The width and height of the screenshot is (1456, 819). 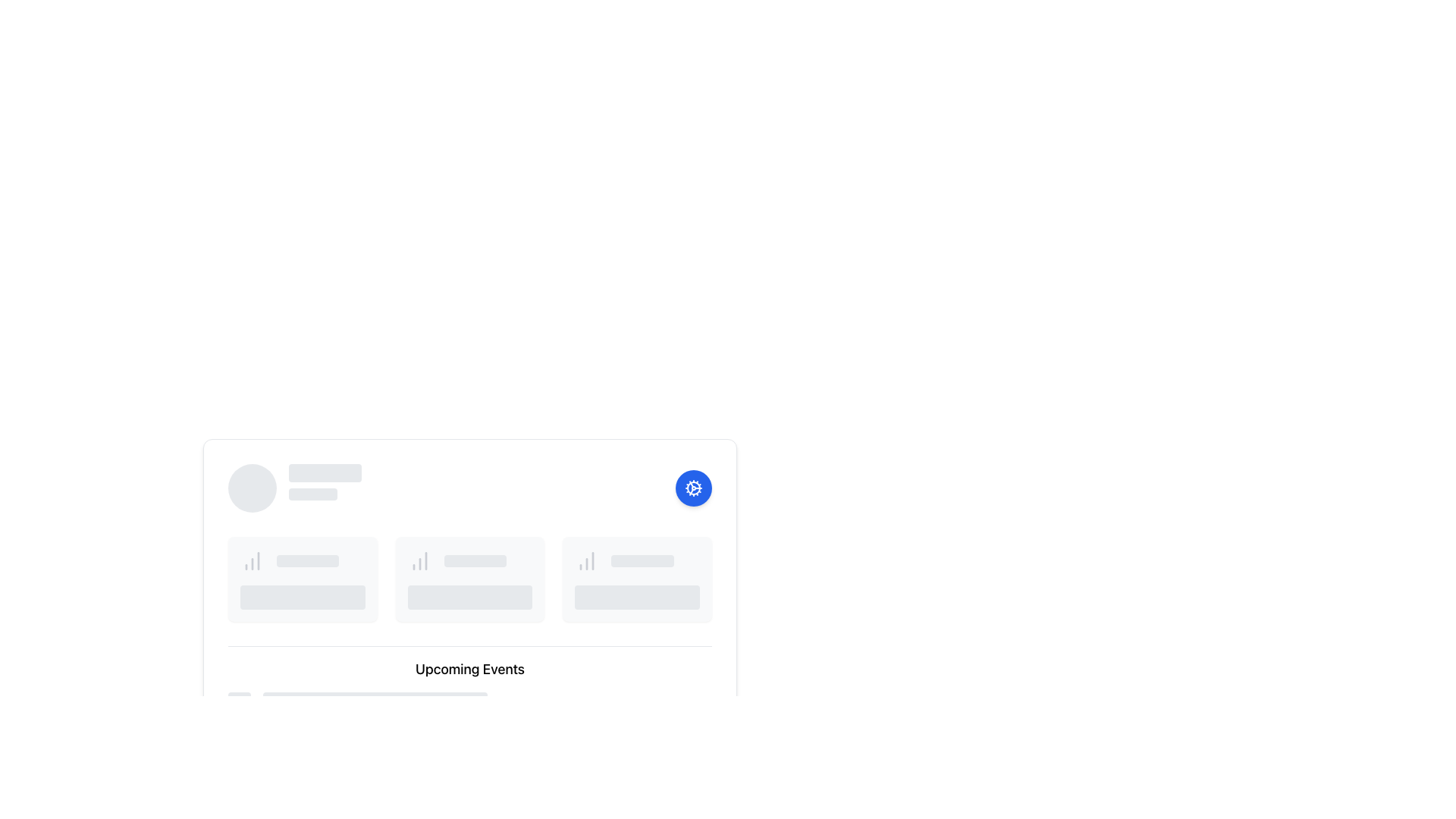 I want to click on the visual content of the Composite element that features a small column chart icon on the left and a gray rectangular placeholder bar on the right, located in the middle of three horizontally aligned boxes, so click(x=469, y=561).